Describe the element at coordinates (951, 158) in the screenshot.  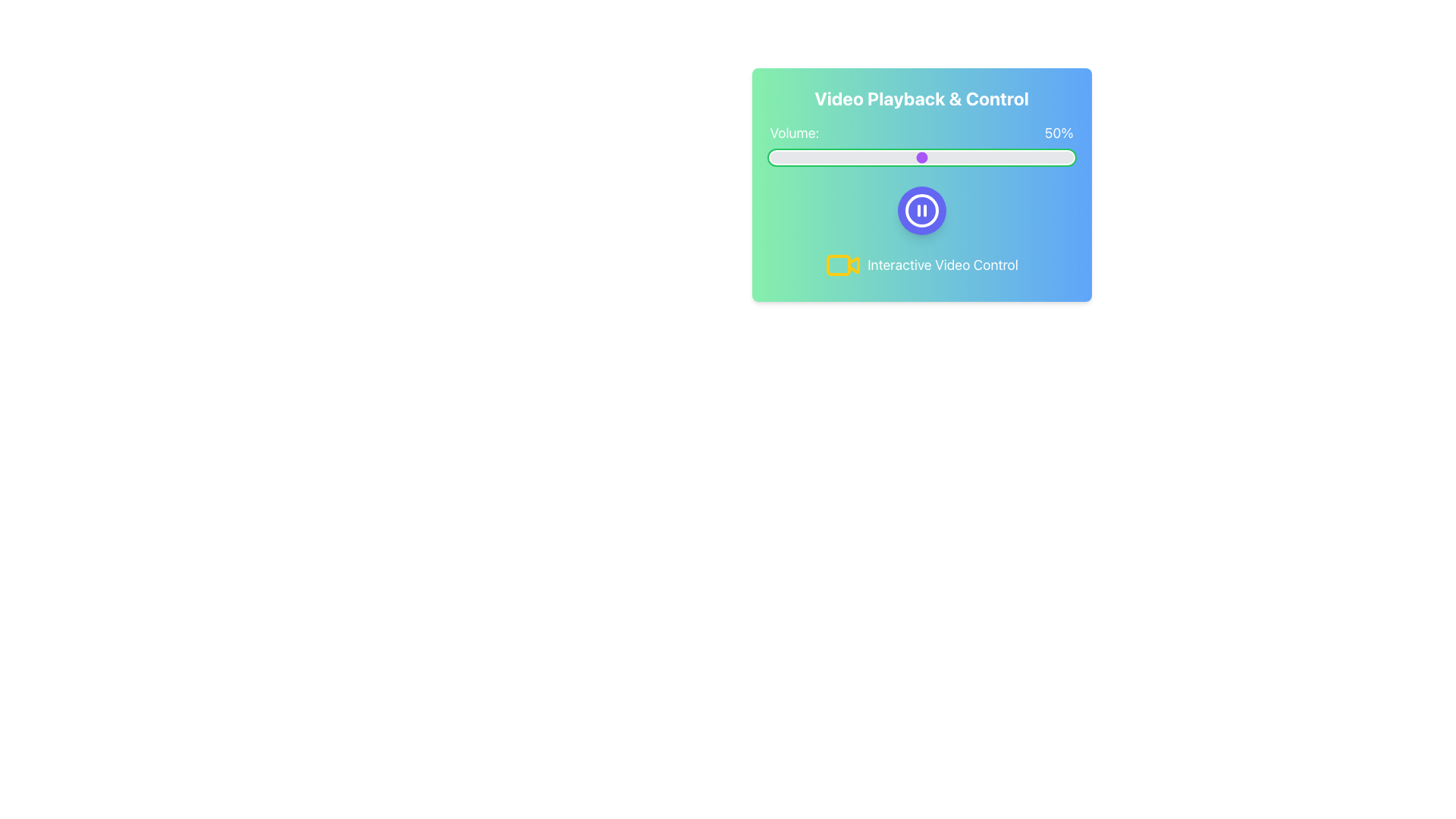
I see `the volume` at that location.